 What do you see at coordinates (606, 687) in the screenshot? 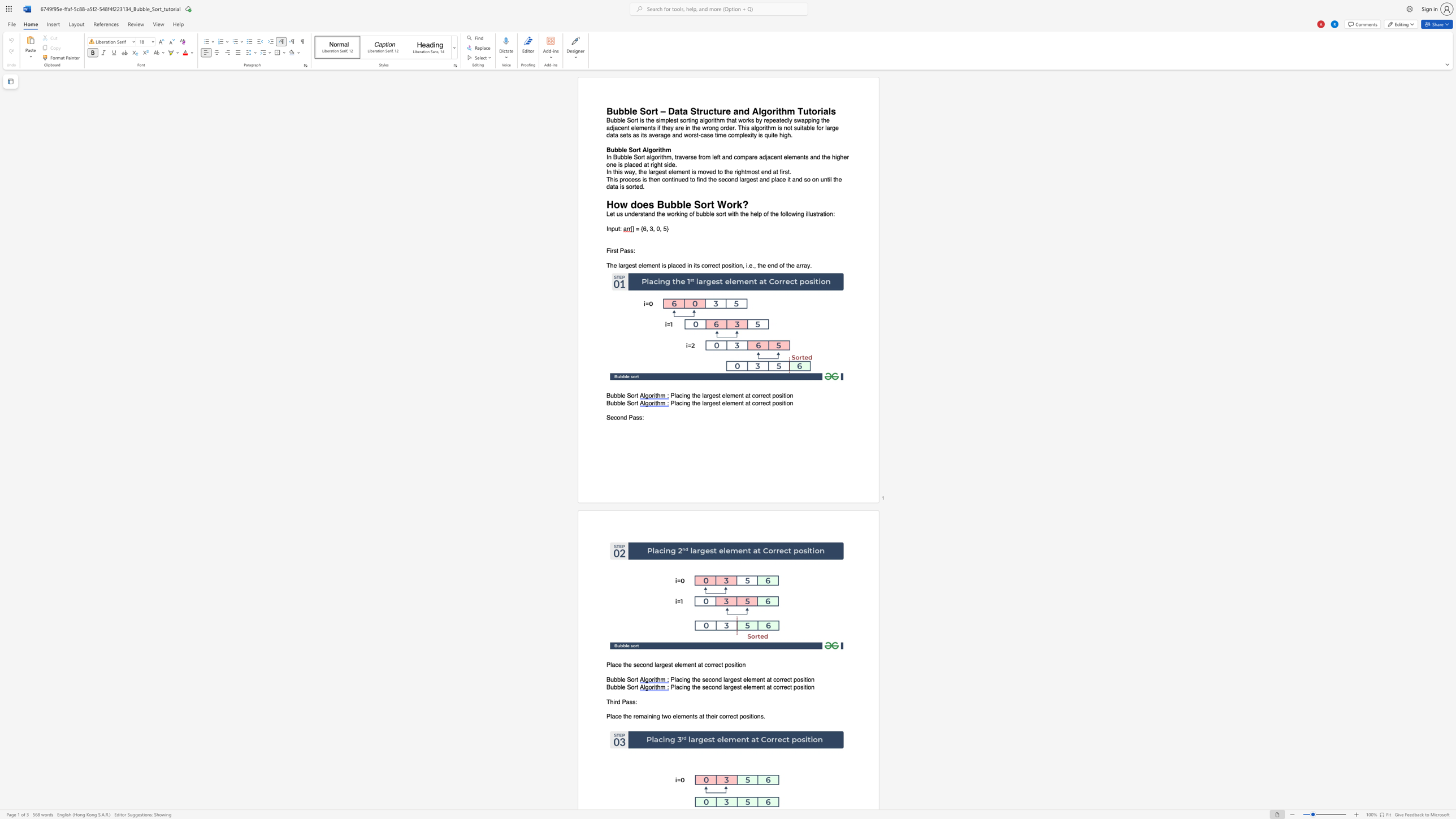
I see `the subset text "Bubble S" within the text "Bubble Sort"` at bounding box center [606, 687].